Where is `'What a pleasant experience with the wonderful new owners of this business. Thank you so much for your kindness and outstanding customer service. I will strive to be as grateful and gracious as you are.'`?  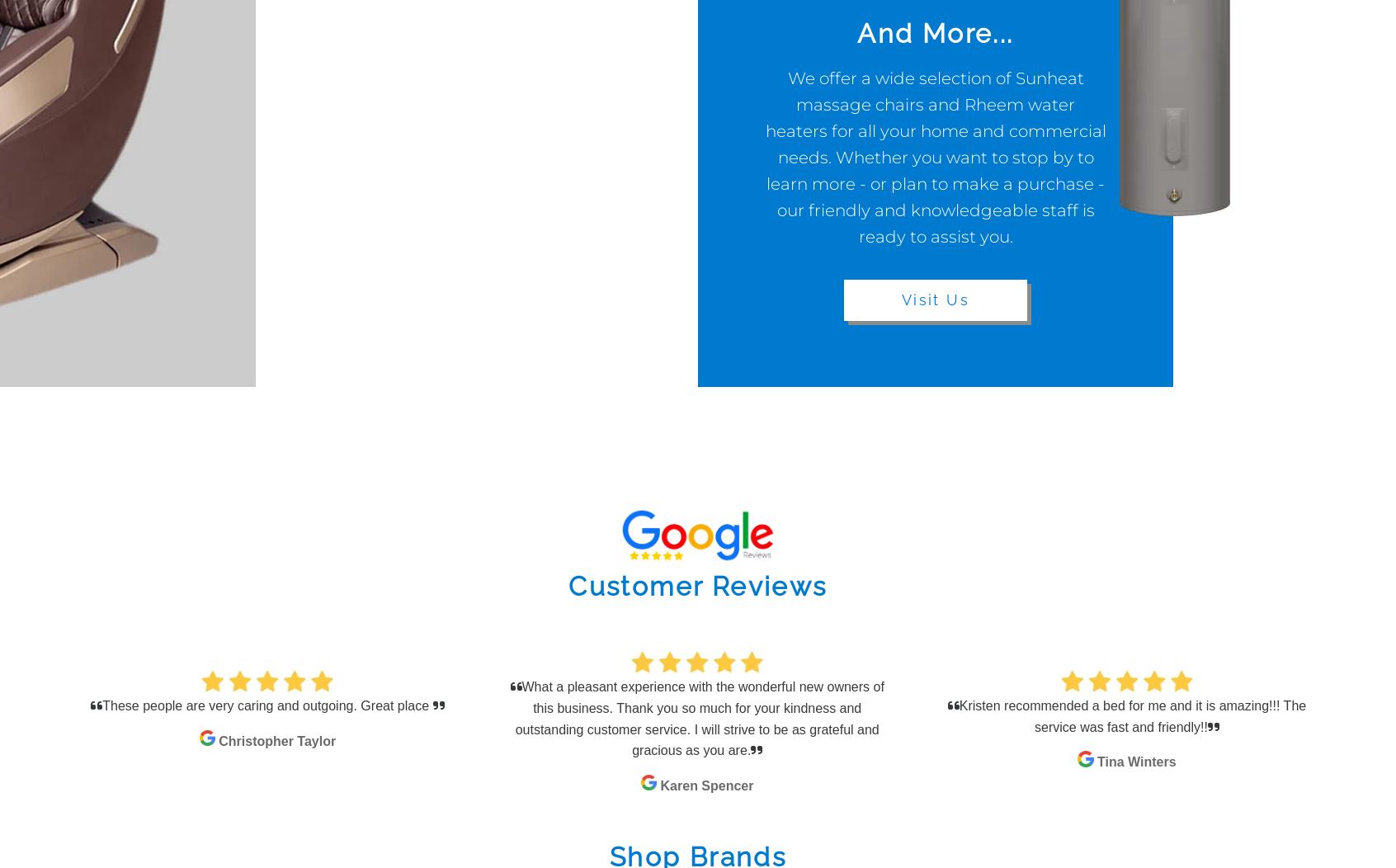
'What a pleasant experience with the wonderful new owners of this business. Thank you so much for your kindness and outstanding customer service. I will strive to be as grateful and gracious as you are.' is located at coordinates (698, 717).